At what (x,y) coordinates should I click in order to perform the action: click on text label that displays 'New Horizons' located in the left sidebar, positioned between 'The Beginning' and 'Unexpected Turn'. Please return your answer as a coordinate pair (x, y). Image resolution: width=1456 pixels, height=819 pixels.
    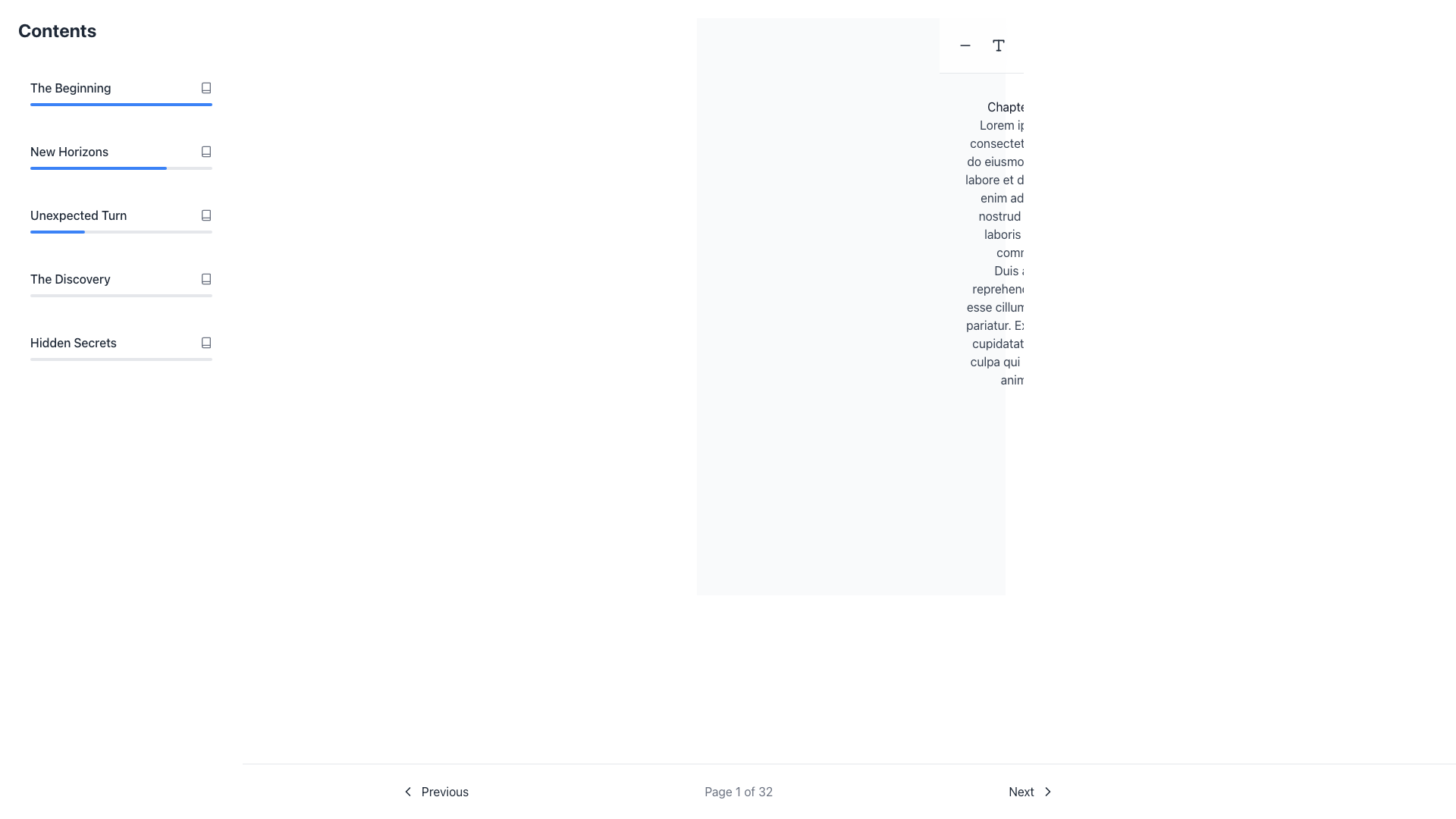
    Looking at the image, I should click on (68, 152).